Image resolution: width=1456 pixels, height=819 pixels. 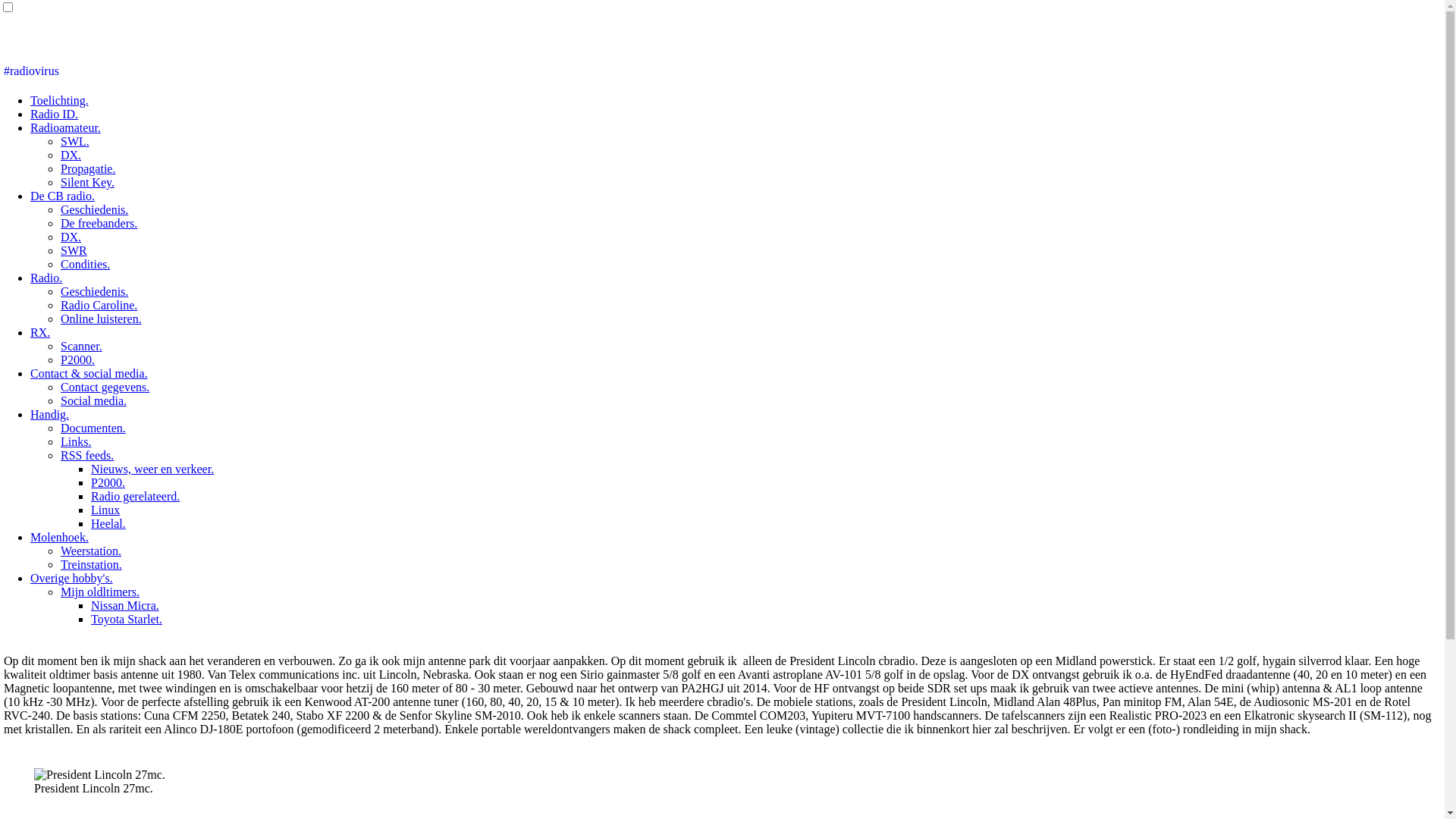 I want to click on 'Linux', so click(x=90, y=510).